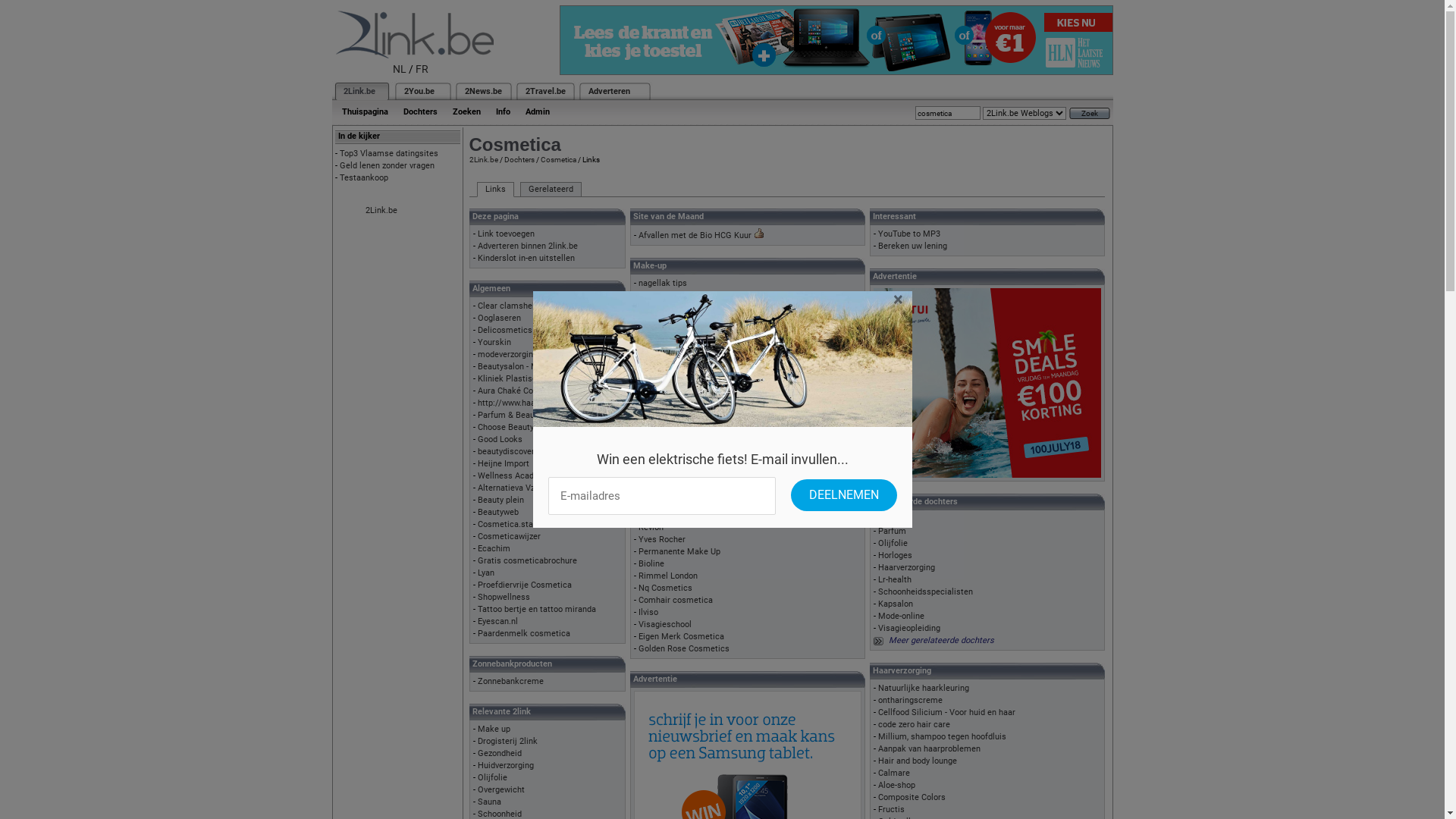  Describe the element at coordinates (522, 366) in the screenshot. I see `'Beautysalon - Magazine'` at that location.